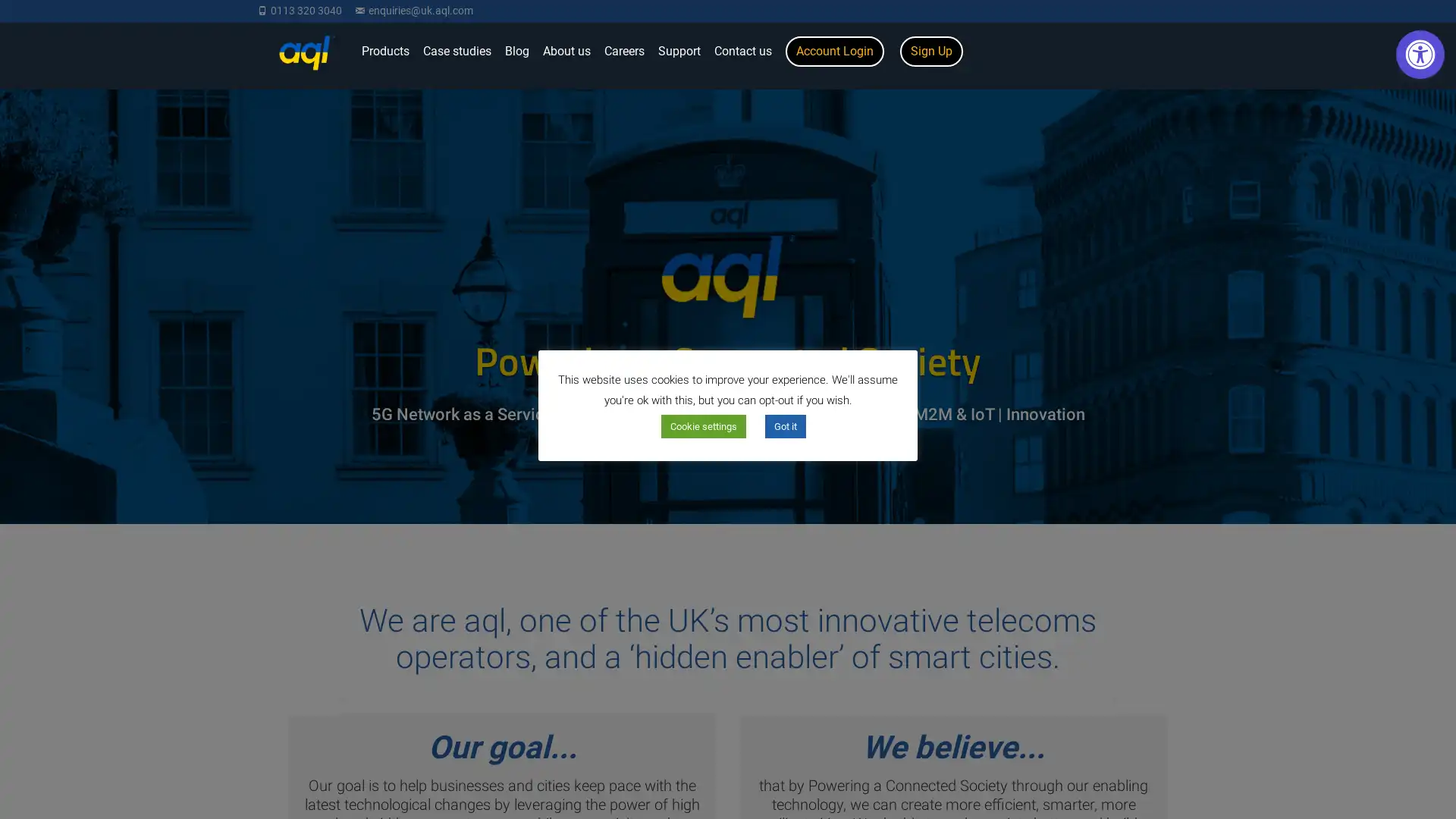 The width and height of the screenshot is (1456, 819). Describe the element at coordinates (786, 426) in the screenshot. I see `Got it` at that location.